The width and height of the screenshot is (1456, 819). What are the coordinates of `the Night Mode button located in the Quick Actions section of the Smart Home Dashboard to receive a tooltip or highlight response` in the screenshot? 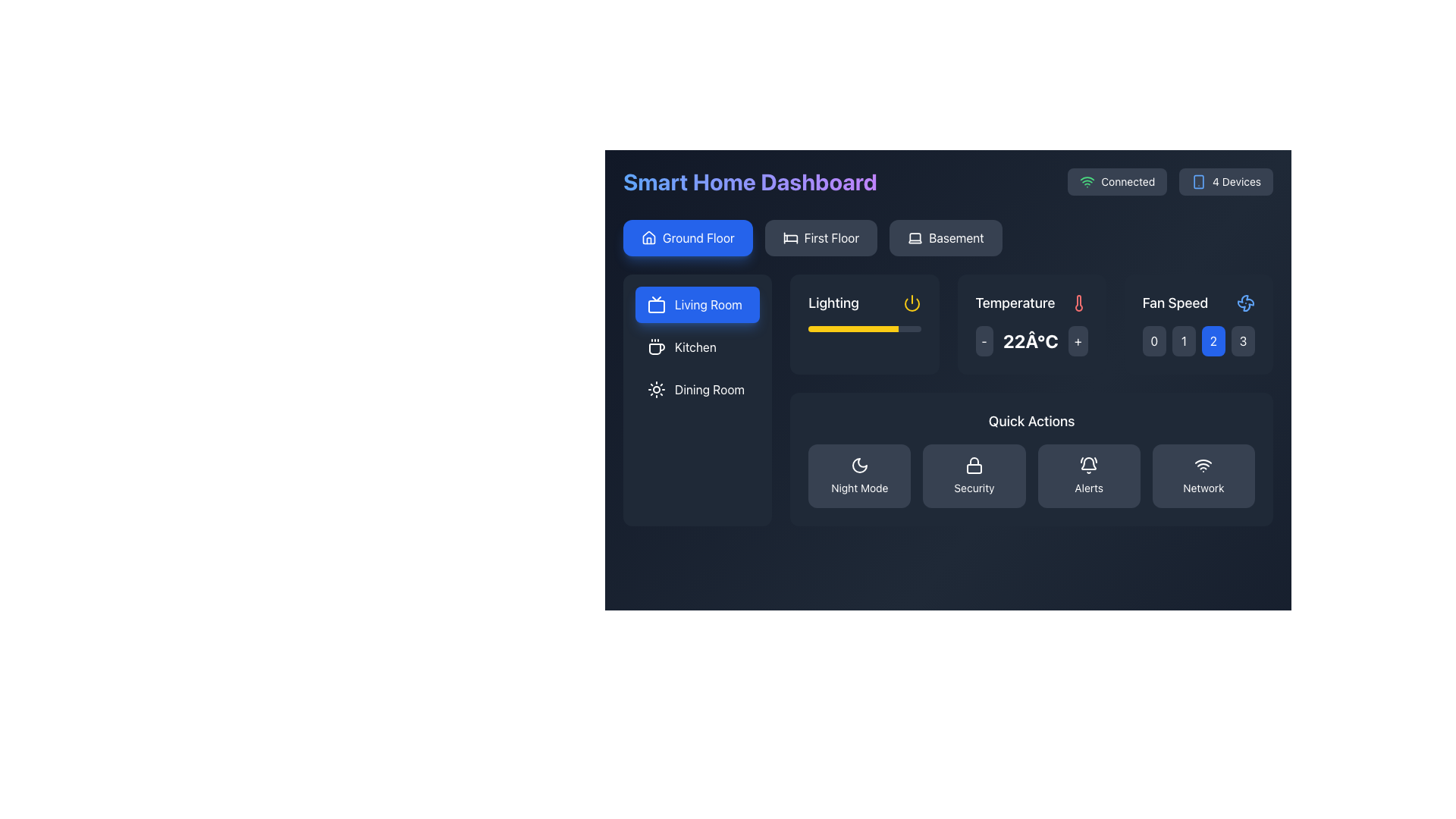 It's located at (859, 475).